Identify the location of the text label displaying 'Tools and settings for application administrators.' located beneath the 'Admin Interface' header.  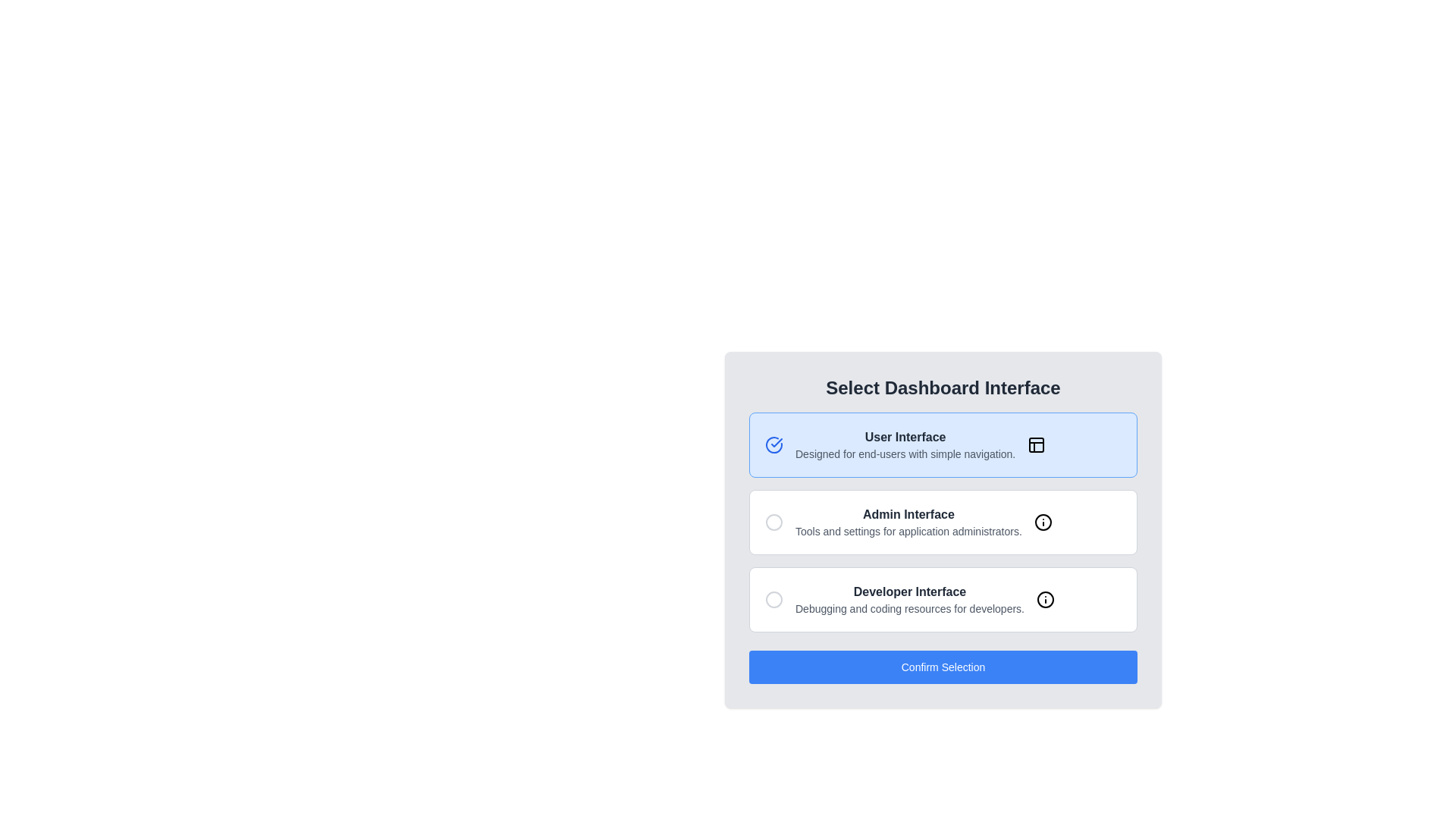
(908, 531).